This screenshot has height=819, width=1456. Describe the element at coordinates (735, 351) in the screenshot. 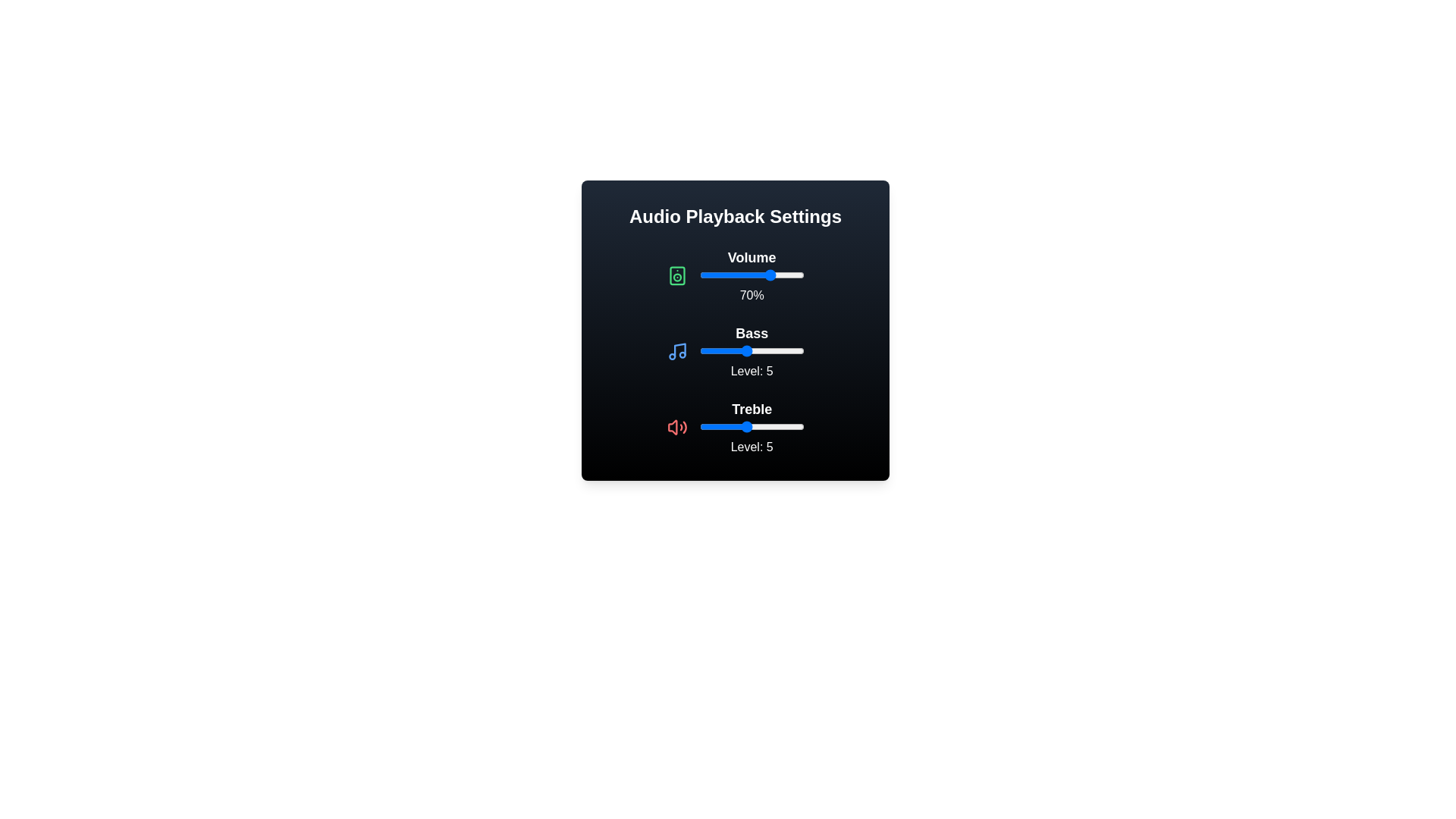

I see `the blue handle of the 'Bass Level' slider` at that location.